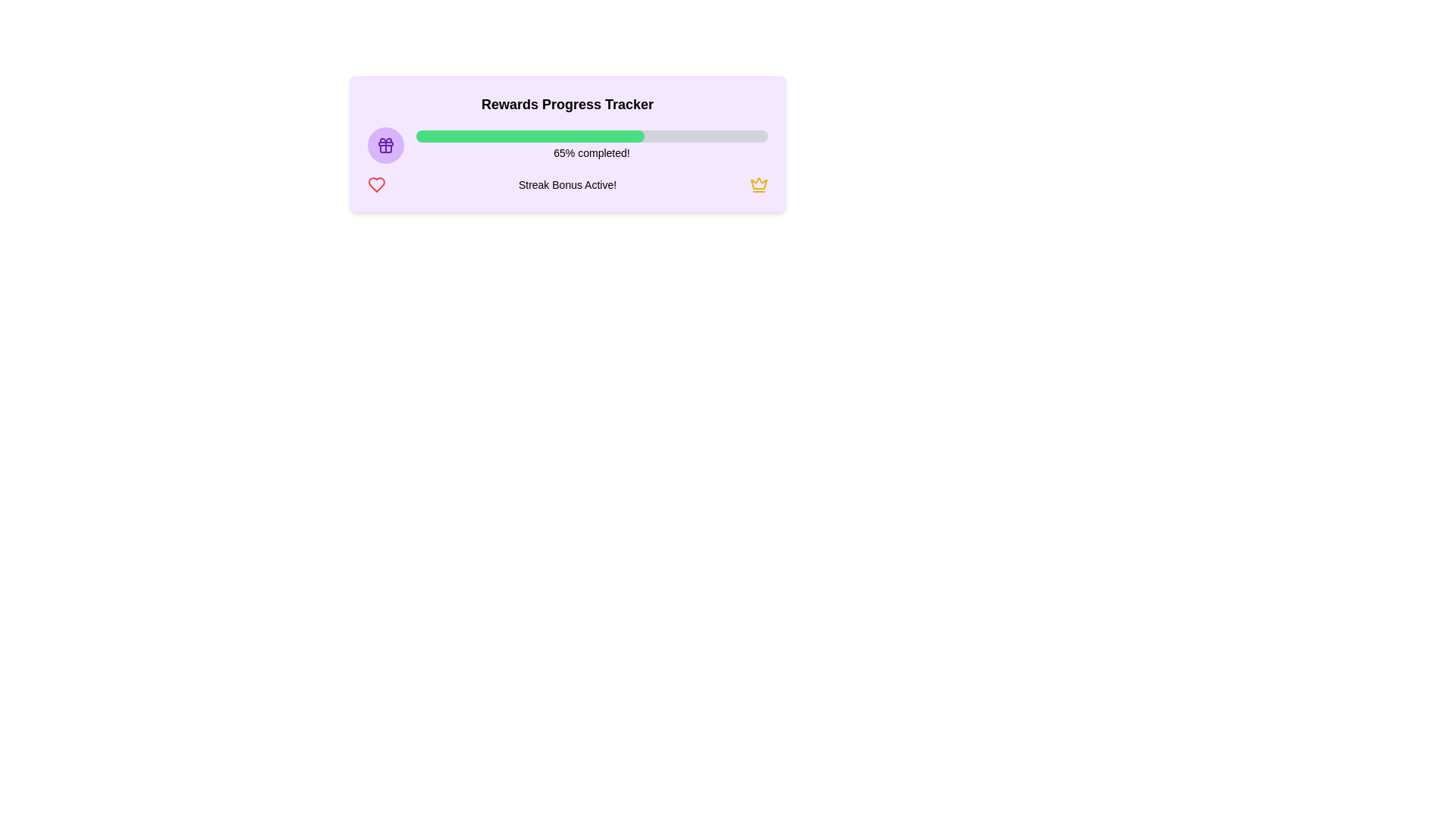  I want to click on the progress indicated by the graphical progress tracker component, which shows a 65% completion towards earning rewards, so click(566, 143).